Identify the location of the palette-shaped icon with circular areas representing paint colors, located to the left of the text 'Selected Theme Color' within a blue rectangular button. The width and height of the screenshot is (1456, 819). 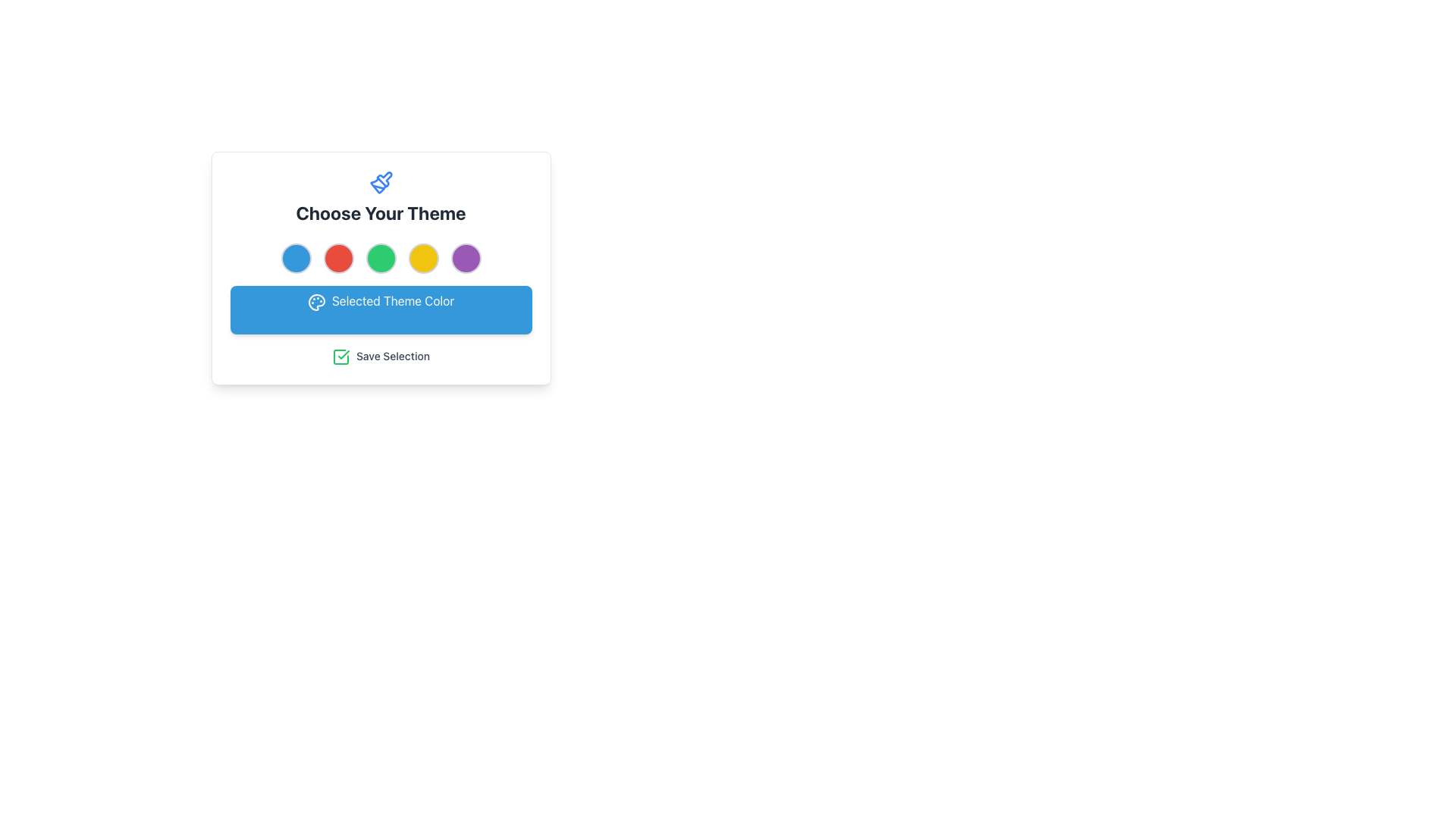
(315, 302).